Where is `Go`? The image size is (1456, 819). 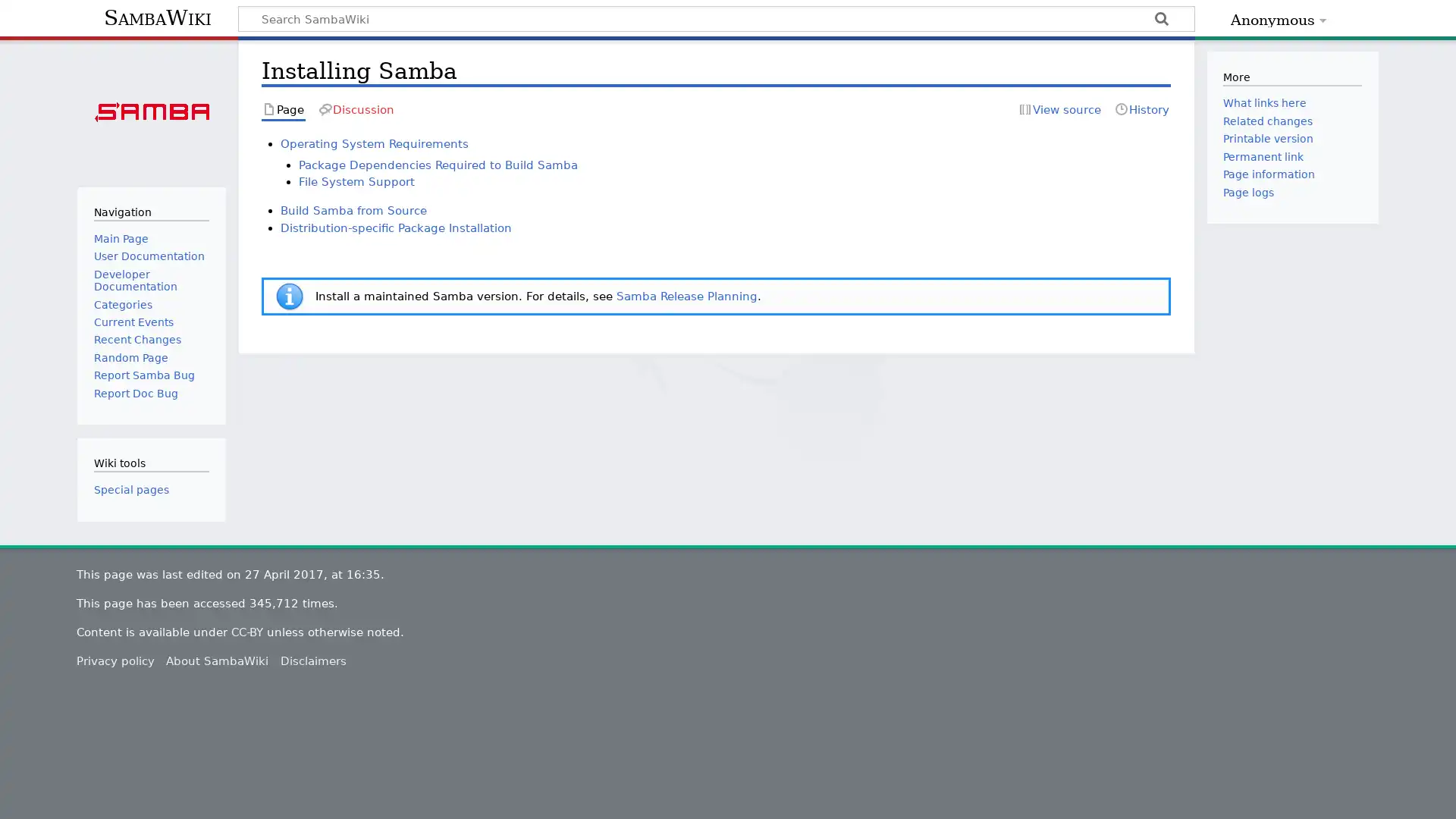
Go is located at coordinates (1160, 20).